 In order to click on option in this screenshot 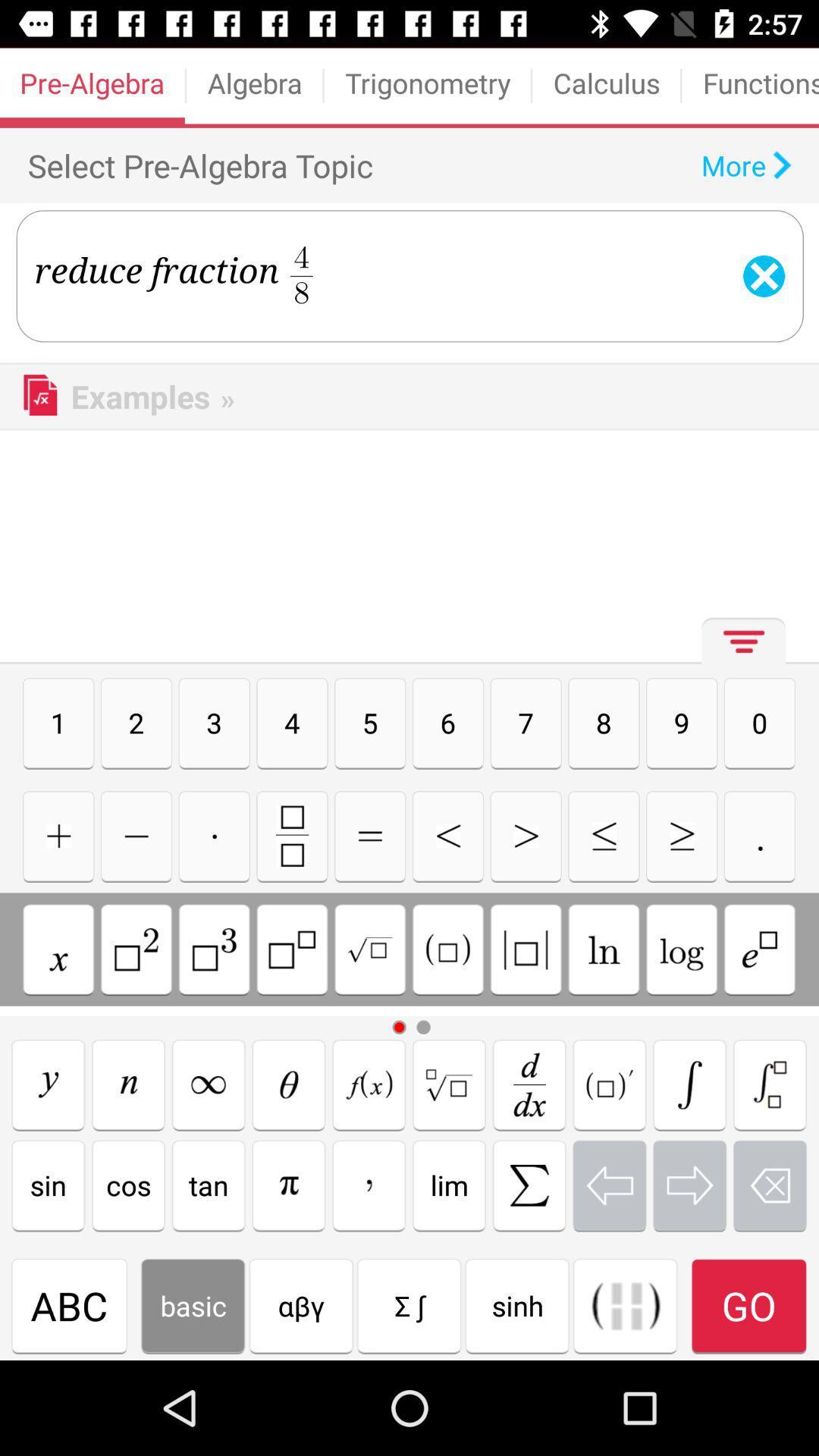, I will do `click(127, 1084)`.